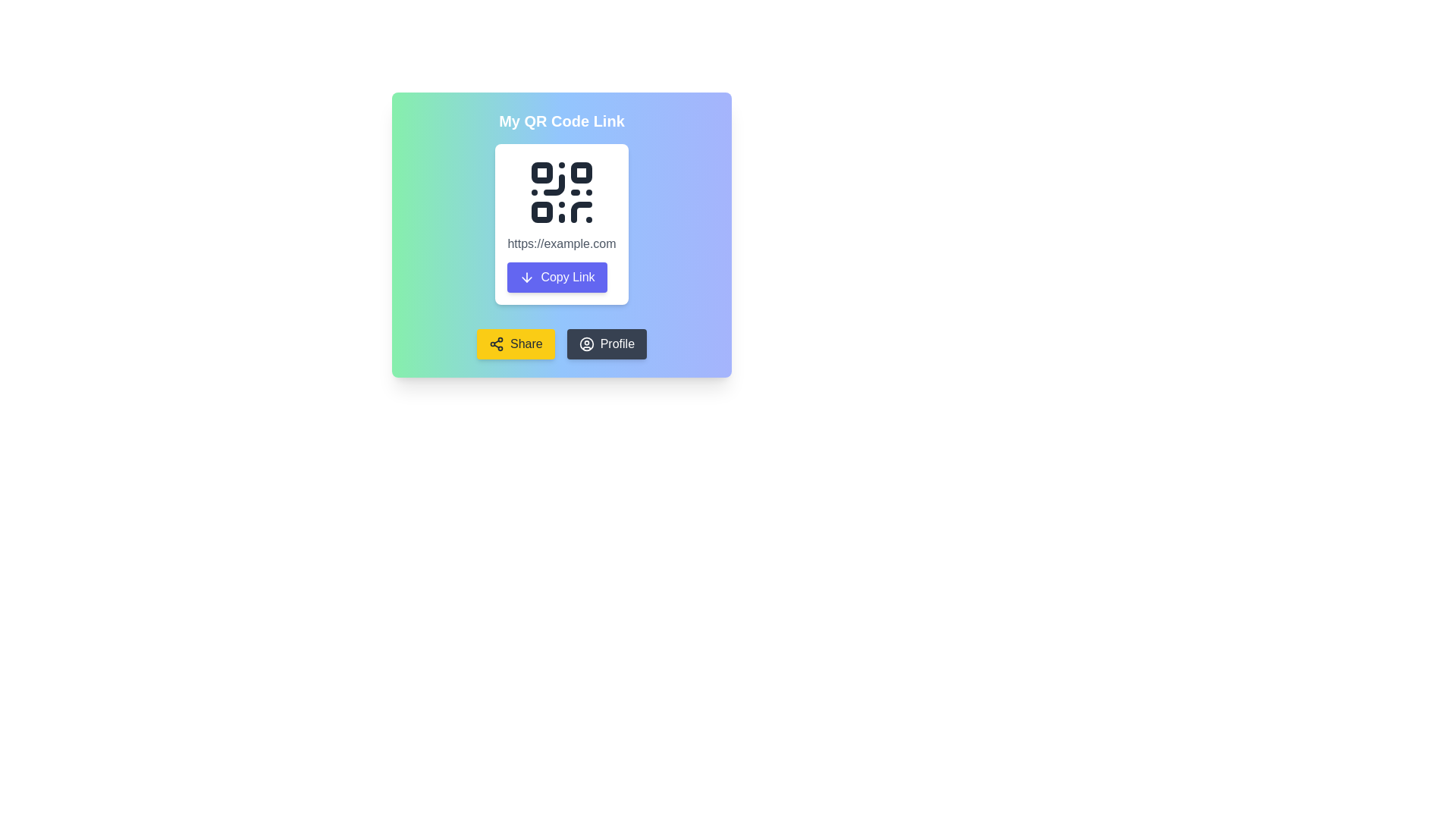  I want to click on the outermost circular layer of the user profile icon, which is an SVG Circle element that represents user-related features, so click(585, 344).